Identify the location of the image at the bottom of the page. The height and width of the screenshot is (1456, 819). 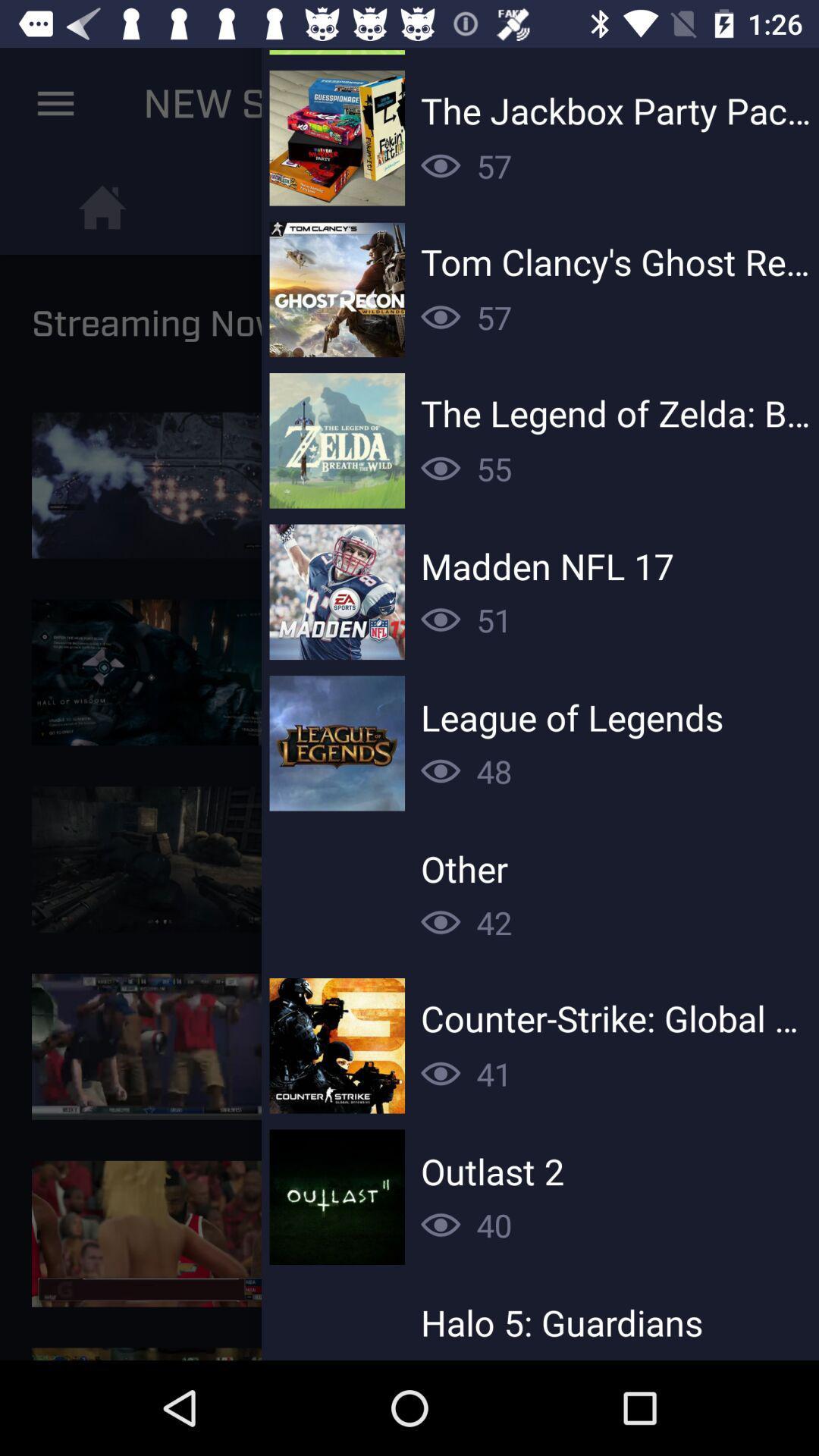
(161, 1234).